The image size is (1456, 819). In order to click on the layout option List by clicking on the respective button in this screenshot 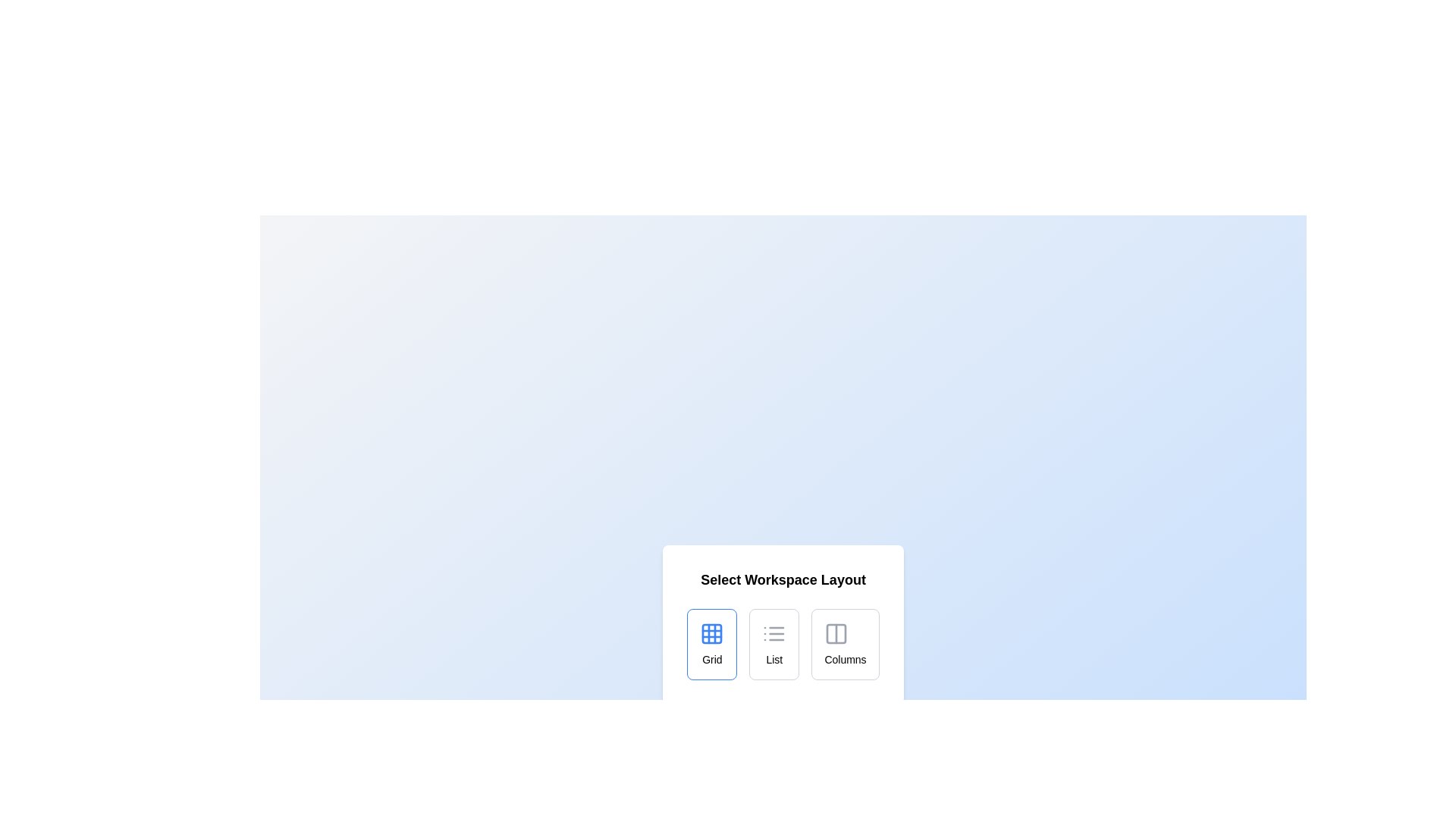, I will do `click(774, 644)`.